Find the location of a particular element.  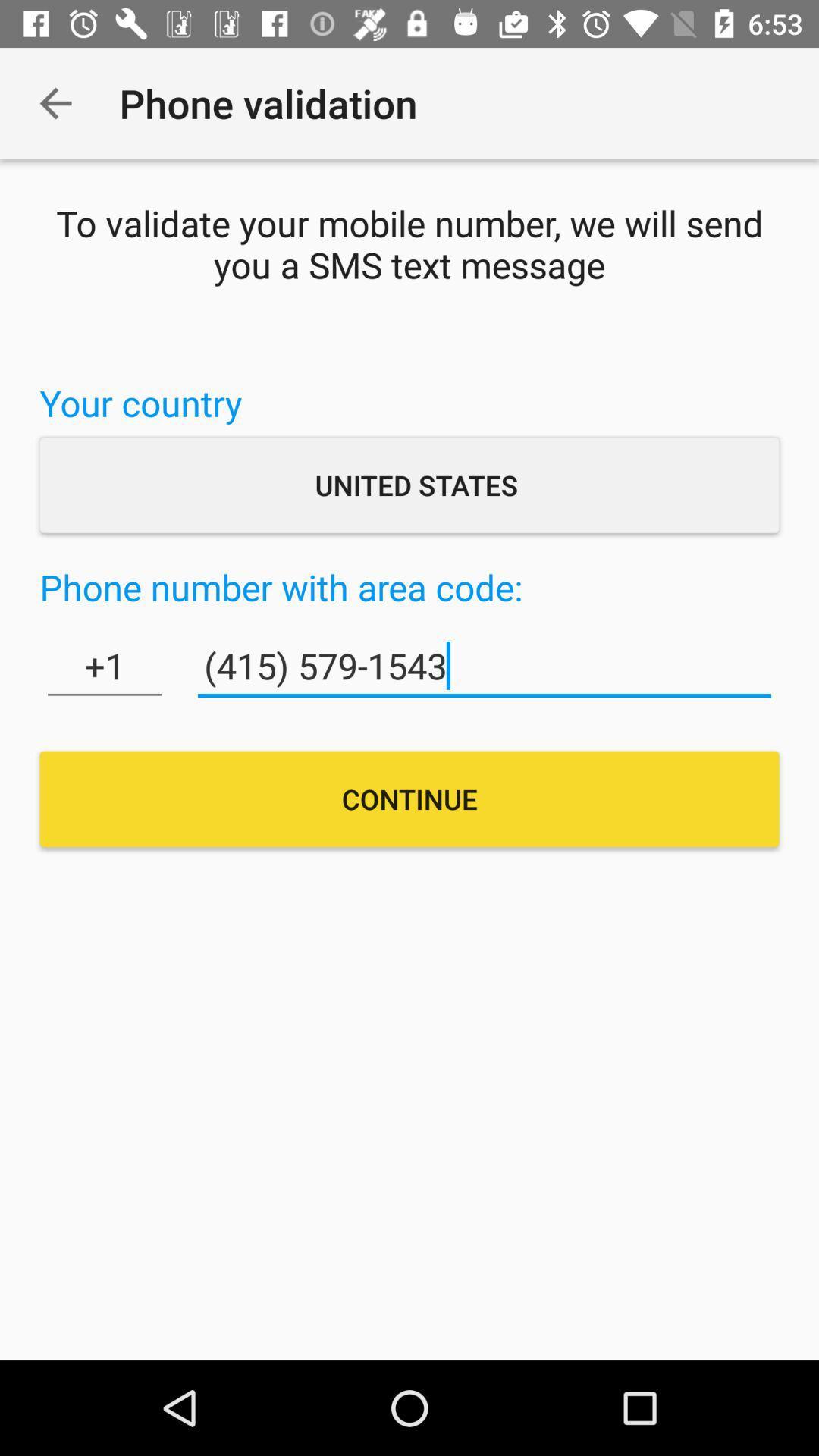

the item next to +1 icon is located at coordinates (485, 666).